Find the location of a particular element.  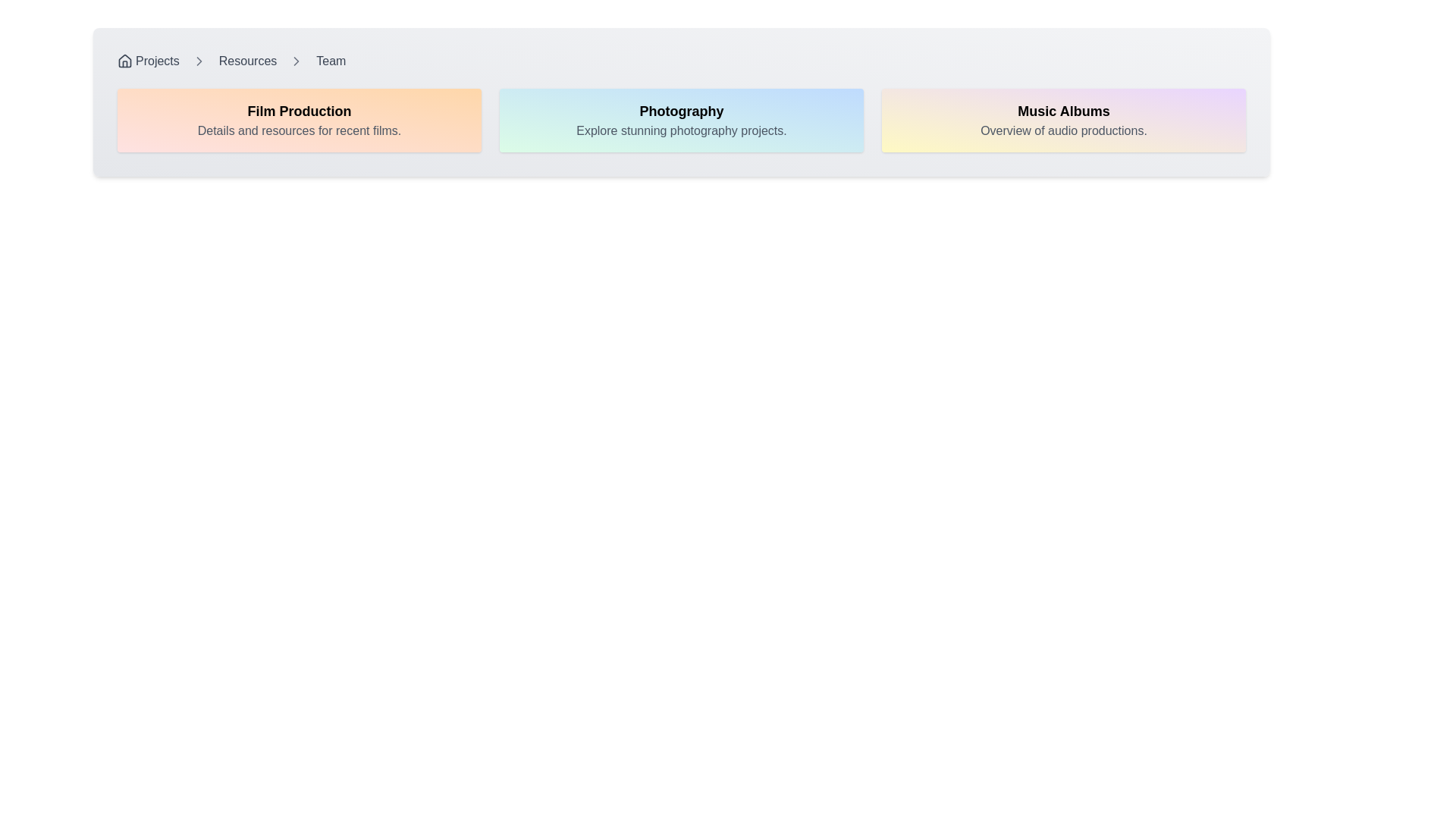

the small right-pointing gray chevron icon that separates 'Projects' and 'Resources' in the breadcrumb navigation is located at coordinates (198, 61).